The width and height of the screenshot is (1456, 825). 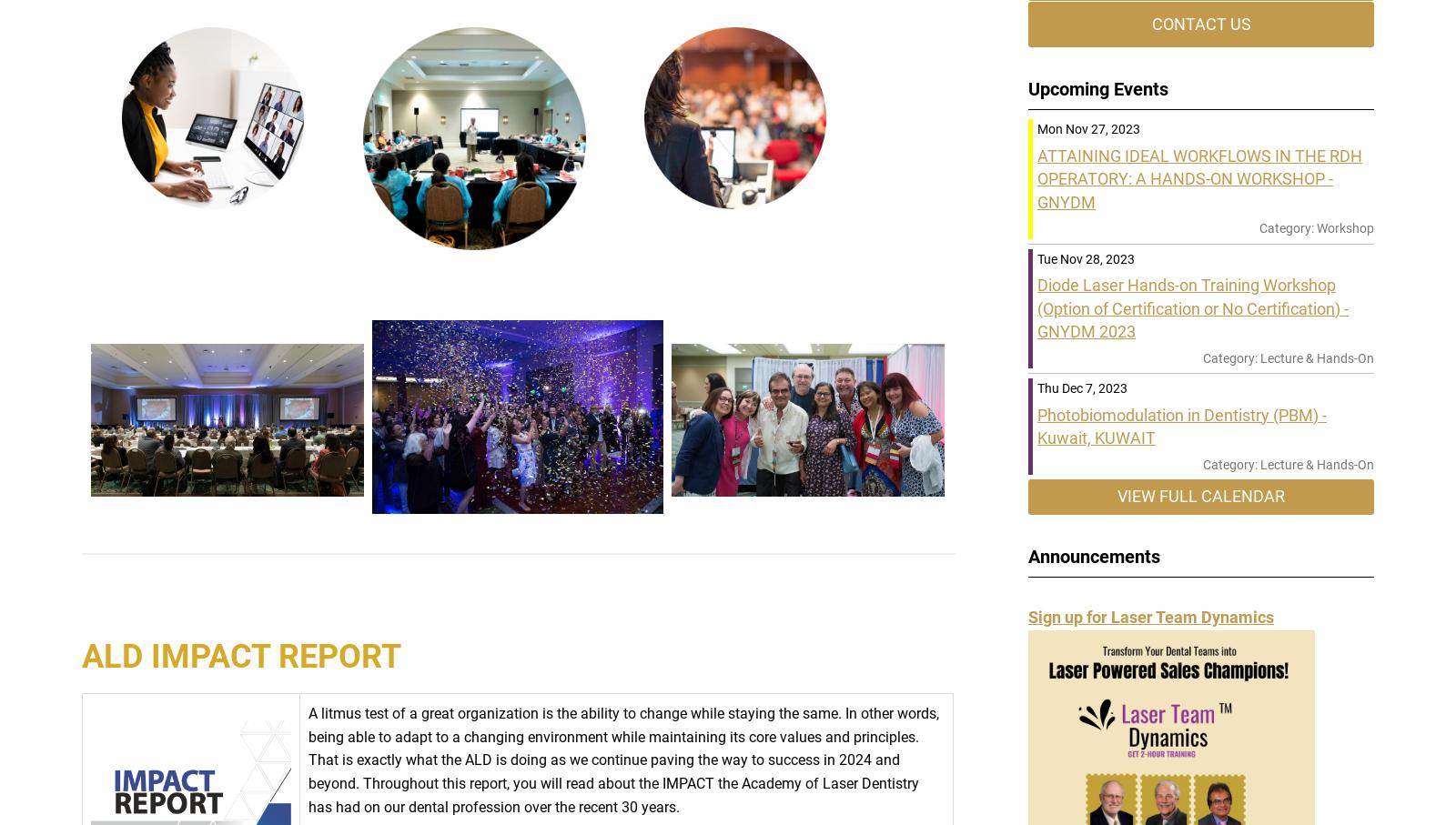 What do you see at coordinates (1082, 387) in the screenshot?
I see `'Thu Dec 7, 2023'` at bounding box center [1082, 387].